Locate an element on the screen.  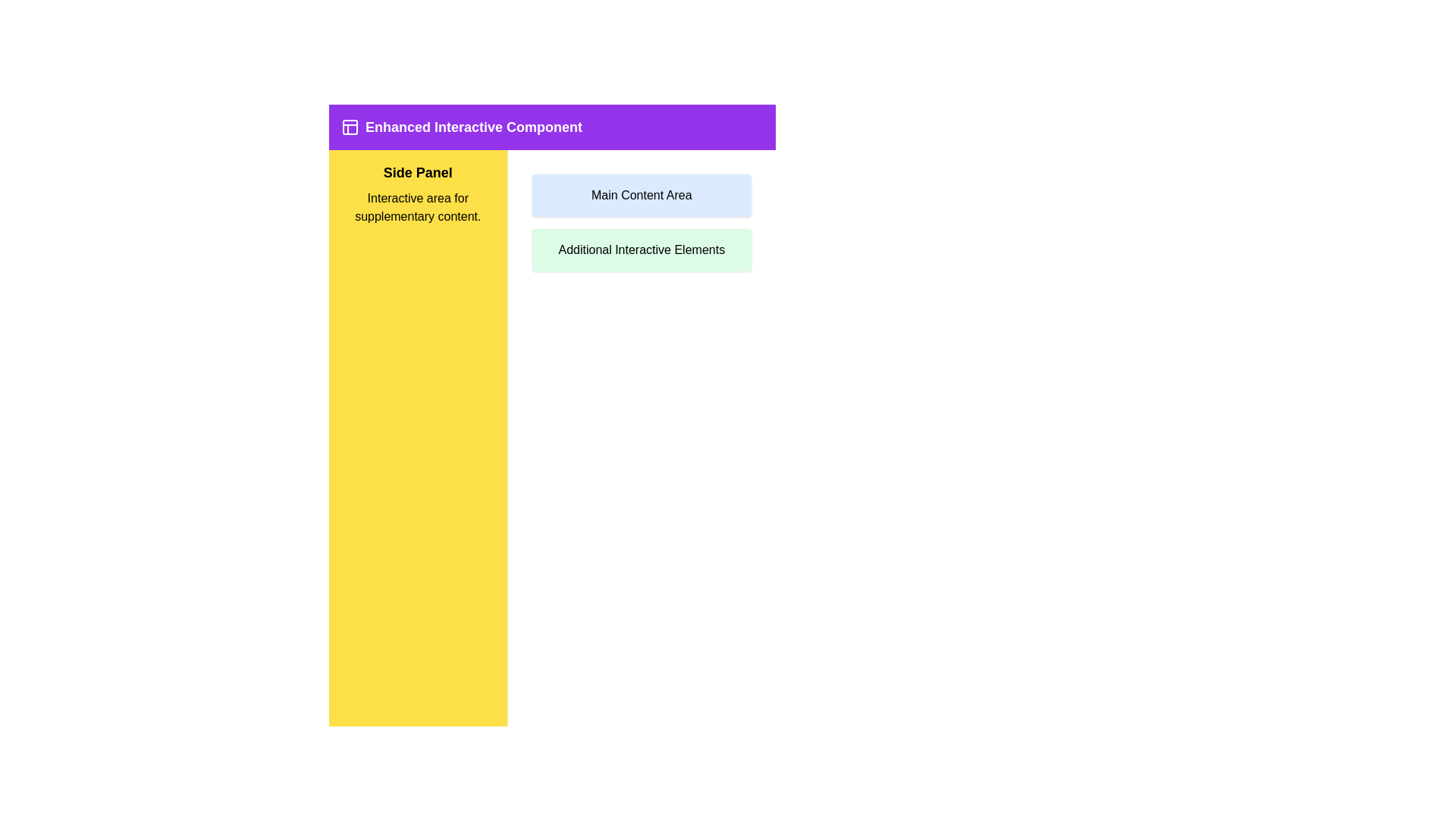
text 'Enhanced Interactive Component' from the header bar with a purple background and white text positioned at the top of the interface is located at coordinates (551, 127).